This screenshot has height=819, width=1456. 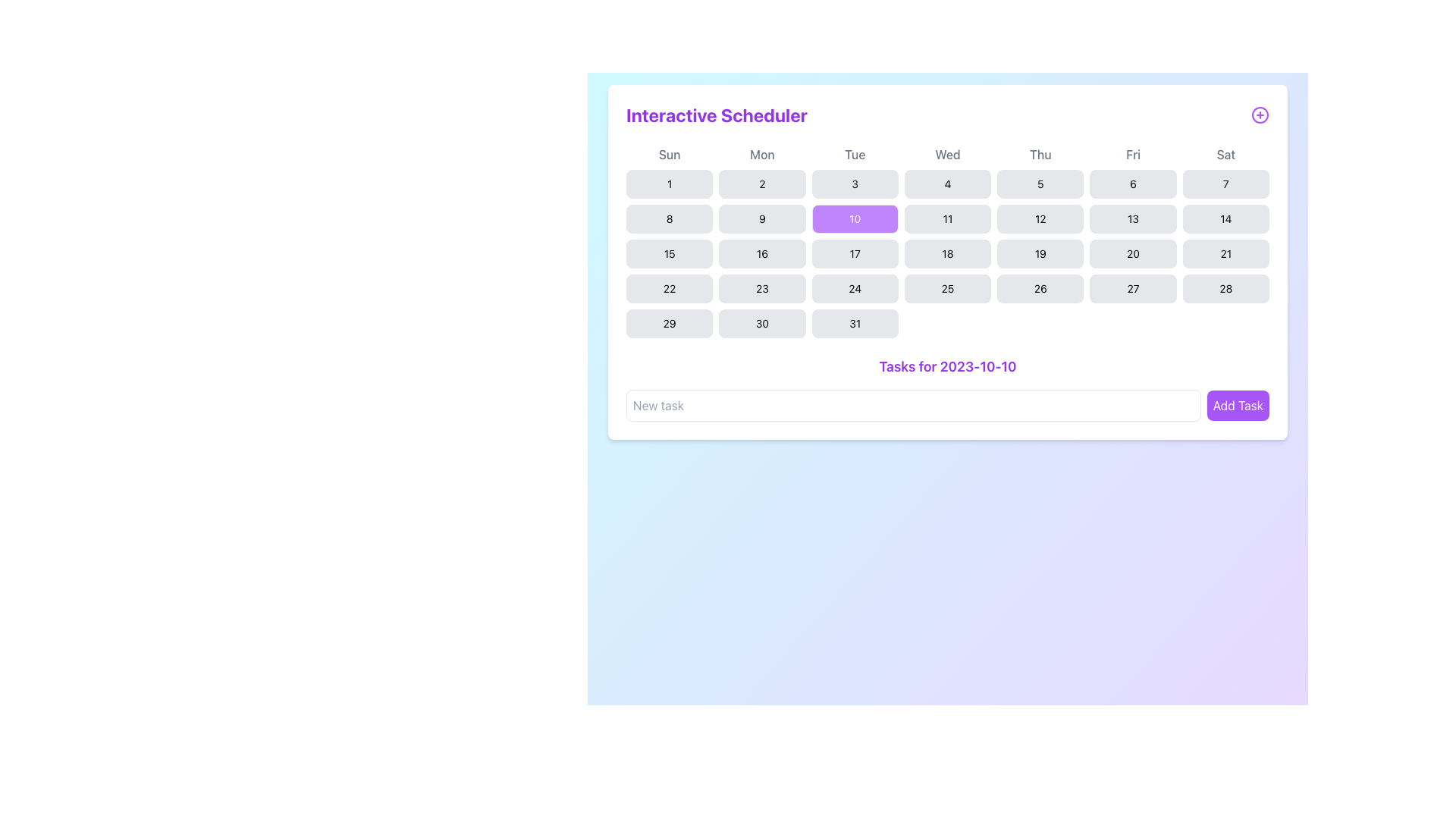 What do you see at coordinates (1040, 219) in the screenshot?
I see `the selectable day button in the calendar located under 'Thu', in the fourth row and fifth column` at bounding box center [1040, 219].